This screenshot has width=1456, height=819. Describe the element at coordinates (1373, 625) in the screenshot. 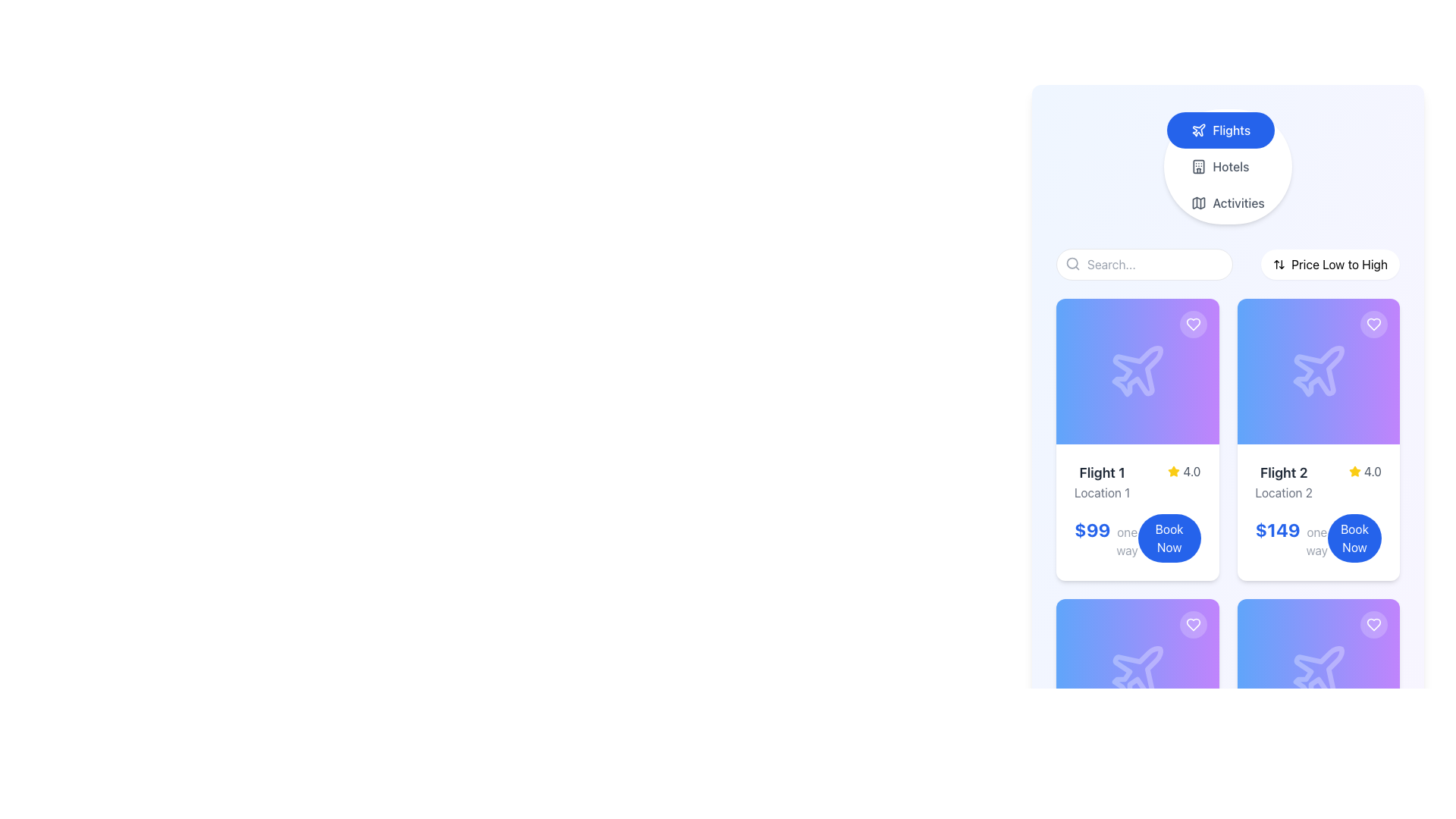

I see `the favorites toggle icon located at the top-right corner of the 'Flight 2' card` at that location.